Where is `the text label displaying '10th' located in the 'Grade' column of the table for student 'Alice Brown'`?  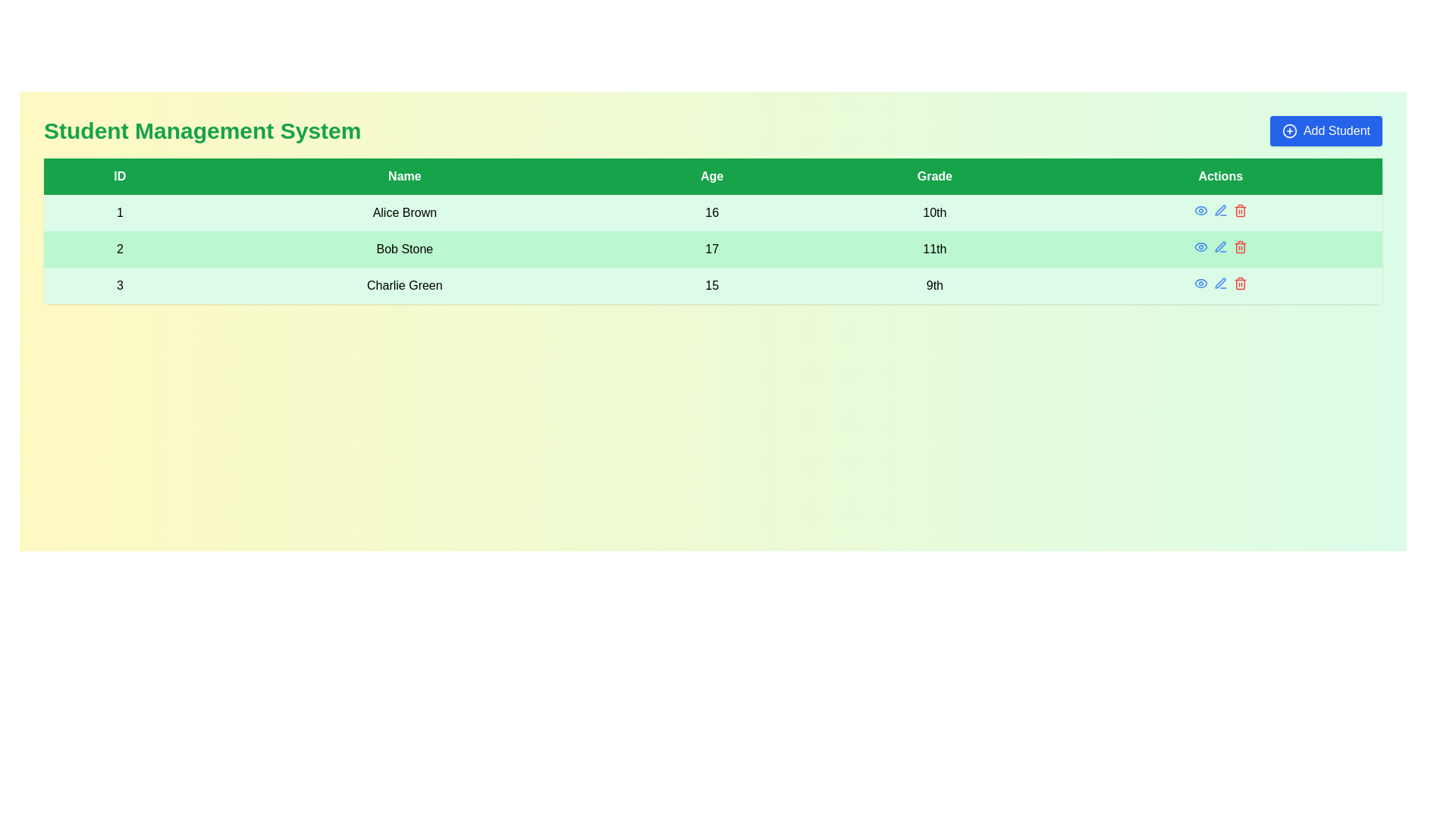 the text label displaying '10th' located in the 'Grade' column of the table for student 'Alice Brown' is located at coordinates (934, 213).